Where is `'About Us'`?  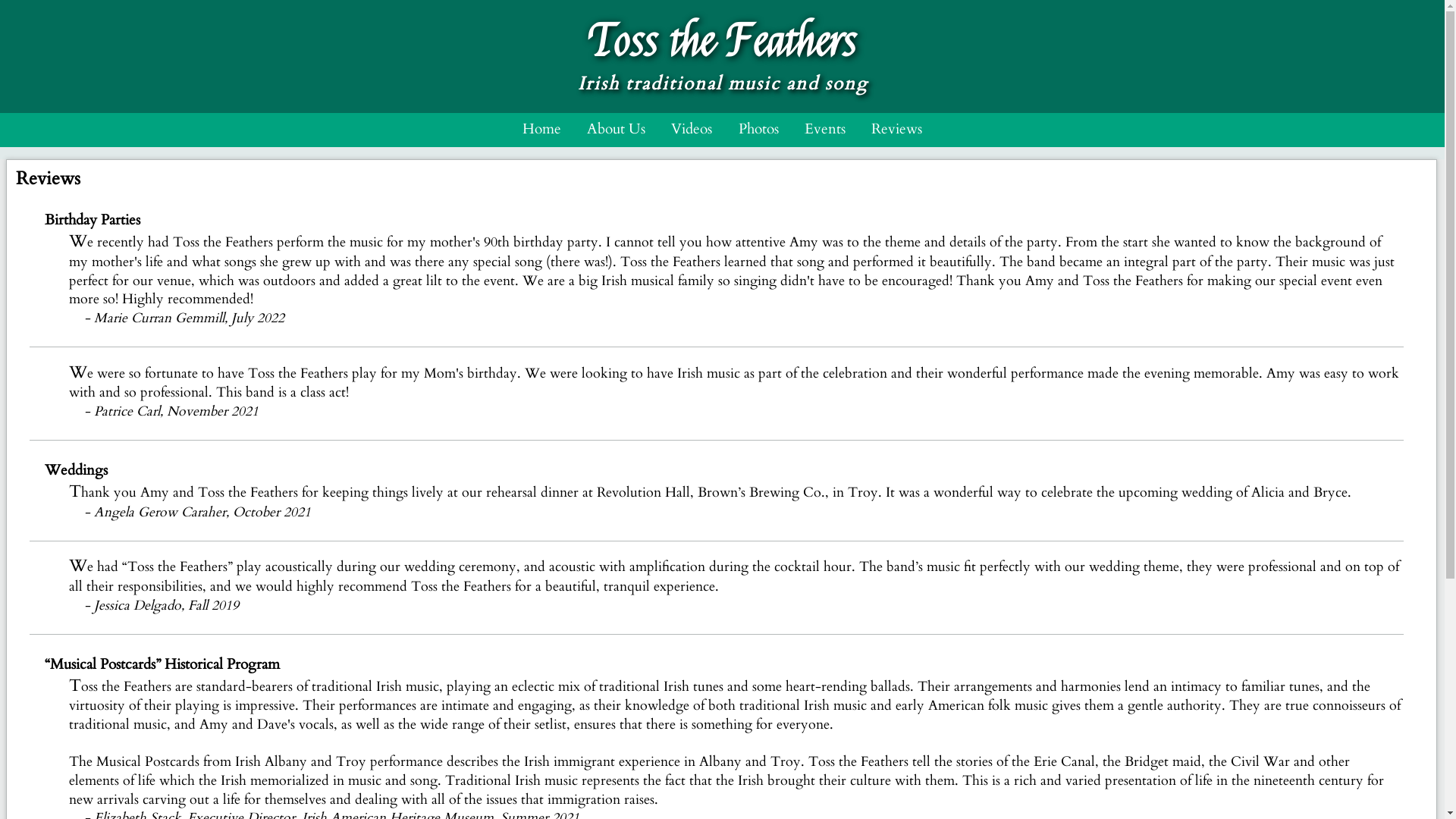 'About Us' is located at coordinates (616, 127).